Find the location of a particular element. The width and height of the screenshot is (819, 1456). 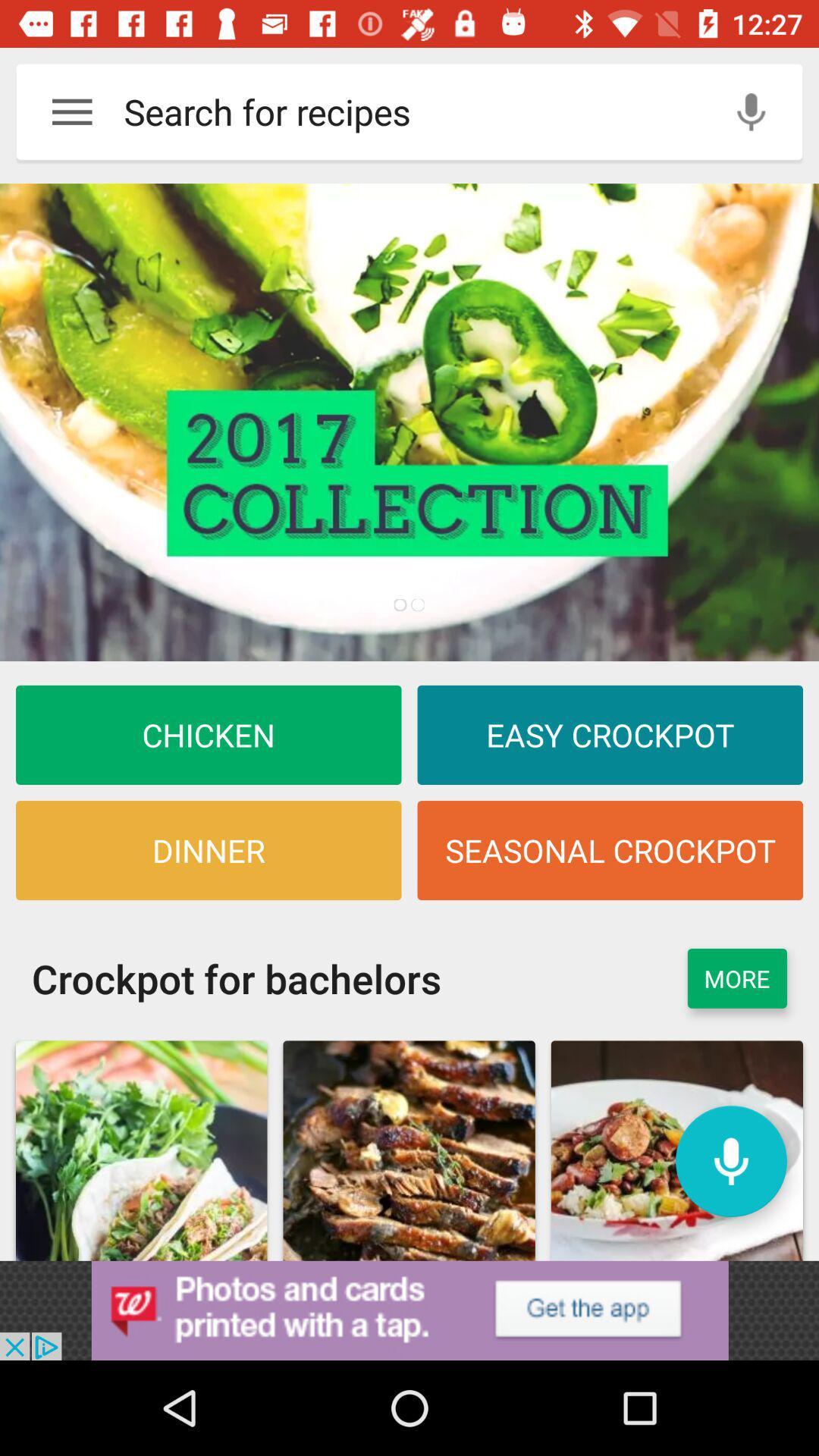

click audio button is located at coordinates (730, 1160).